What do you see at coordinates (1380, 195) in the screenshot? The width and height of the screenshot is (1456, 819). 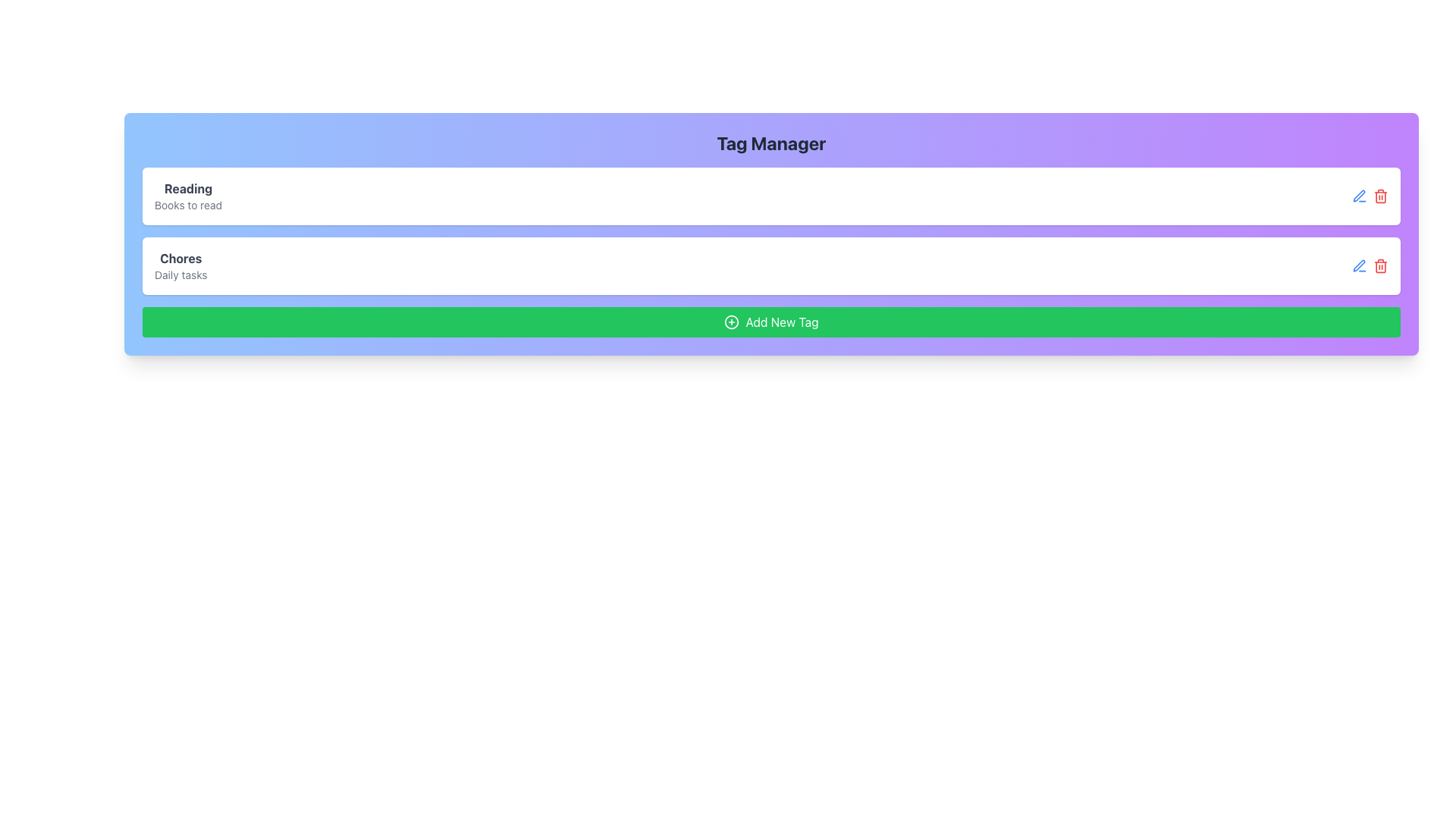 I see `the red trash can icon located on the far right of the row containing the list item labeled 'Reading'` at bounding box center [1380, 195].